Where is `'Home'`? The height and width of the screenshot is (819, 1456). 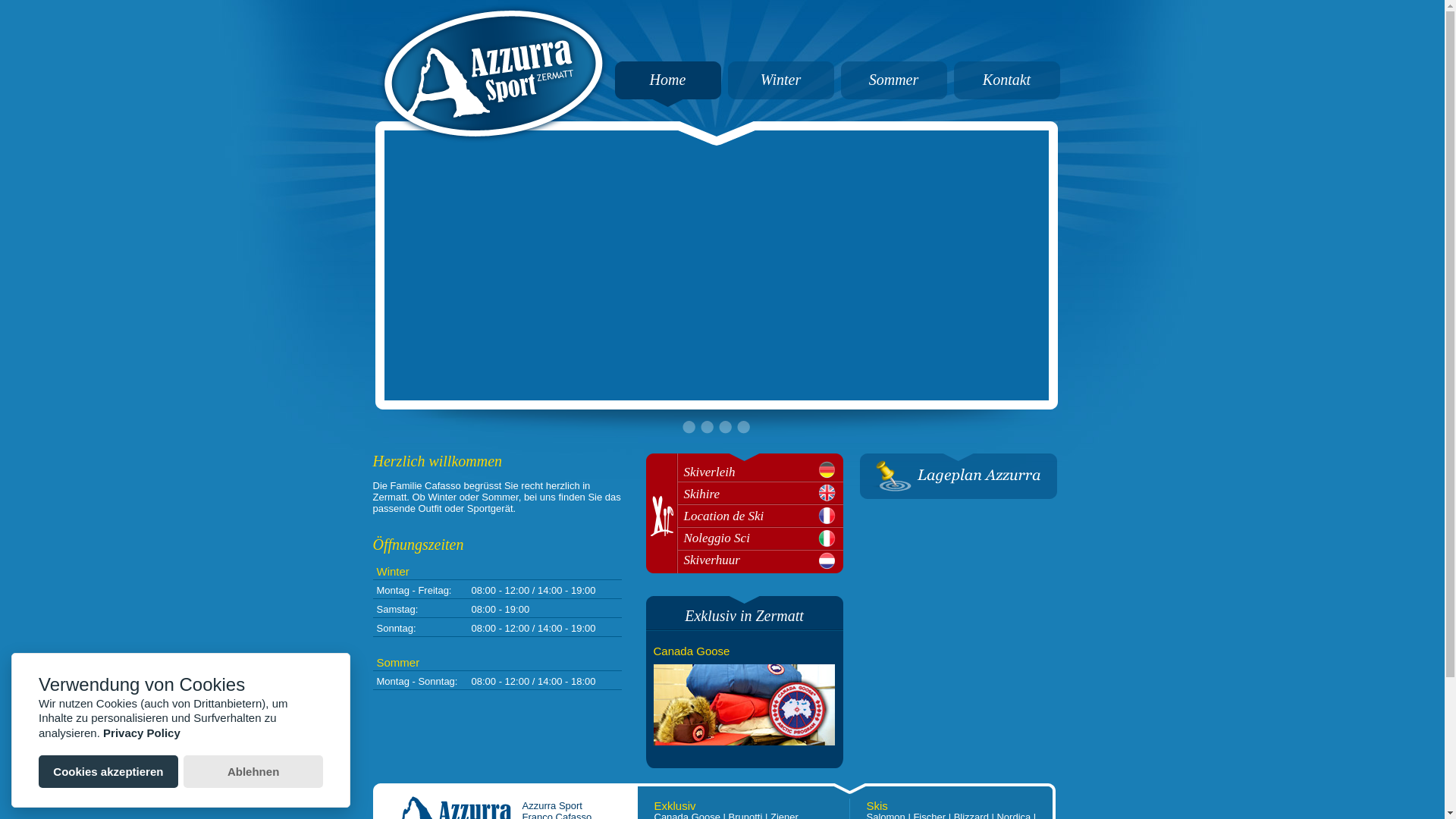 'Home' is located at coordinates (667, 93).